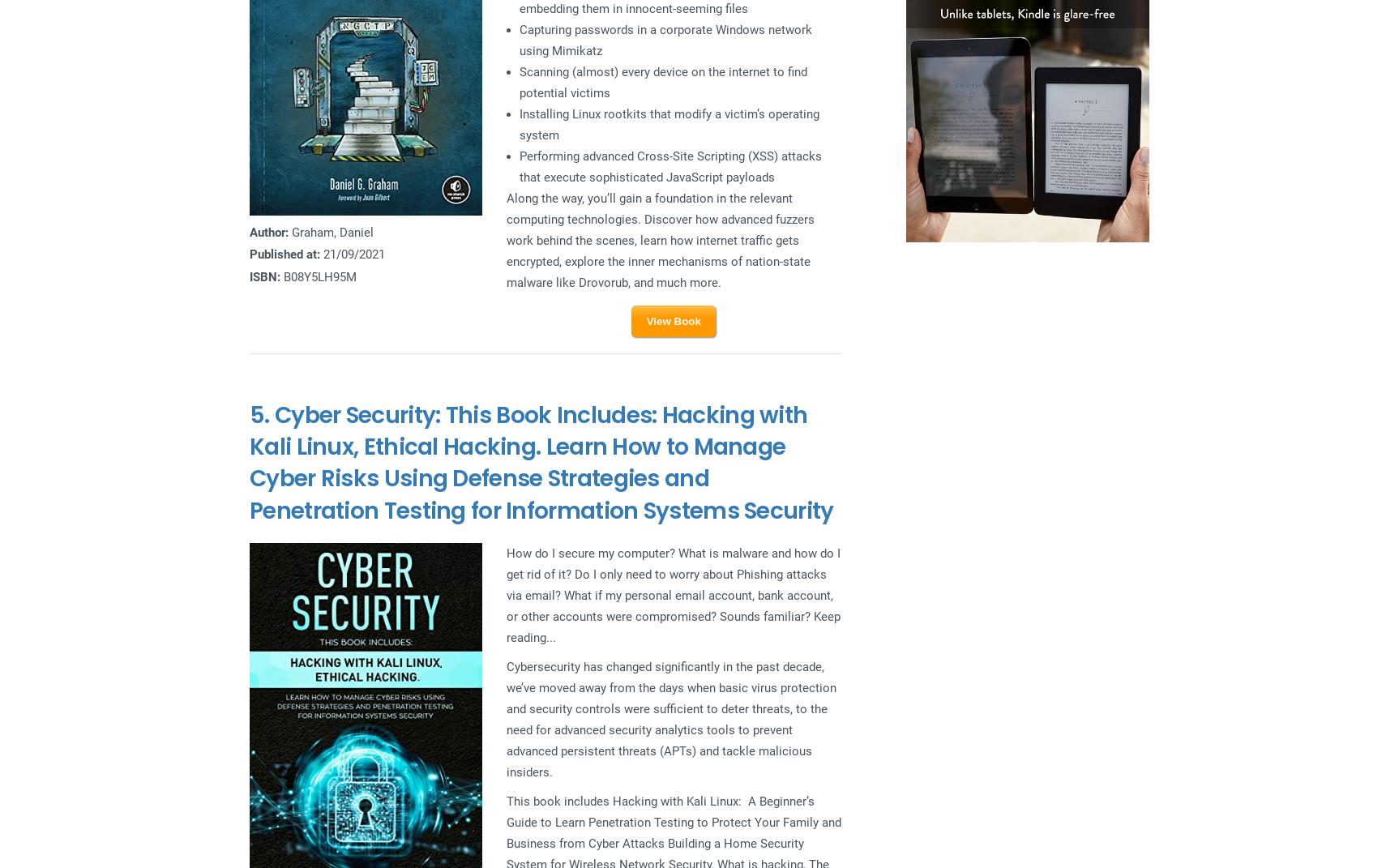 The width and height of the screenshot is (1399, 868). I want to click on '5.', so click(260, 414).